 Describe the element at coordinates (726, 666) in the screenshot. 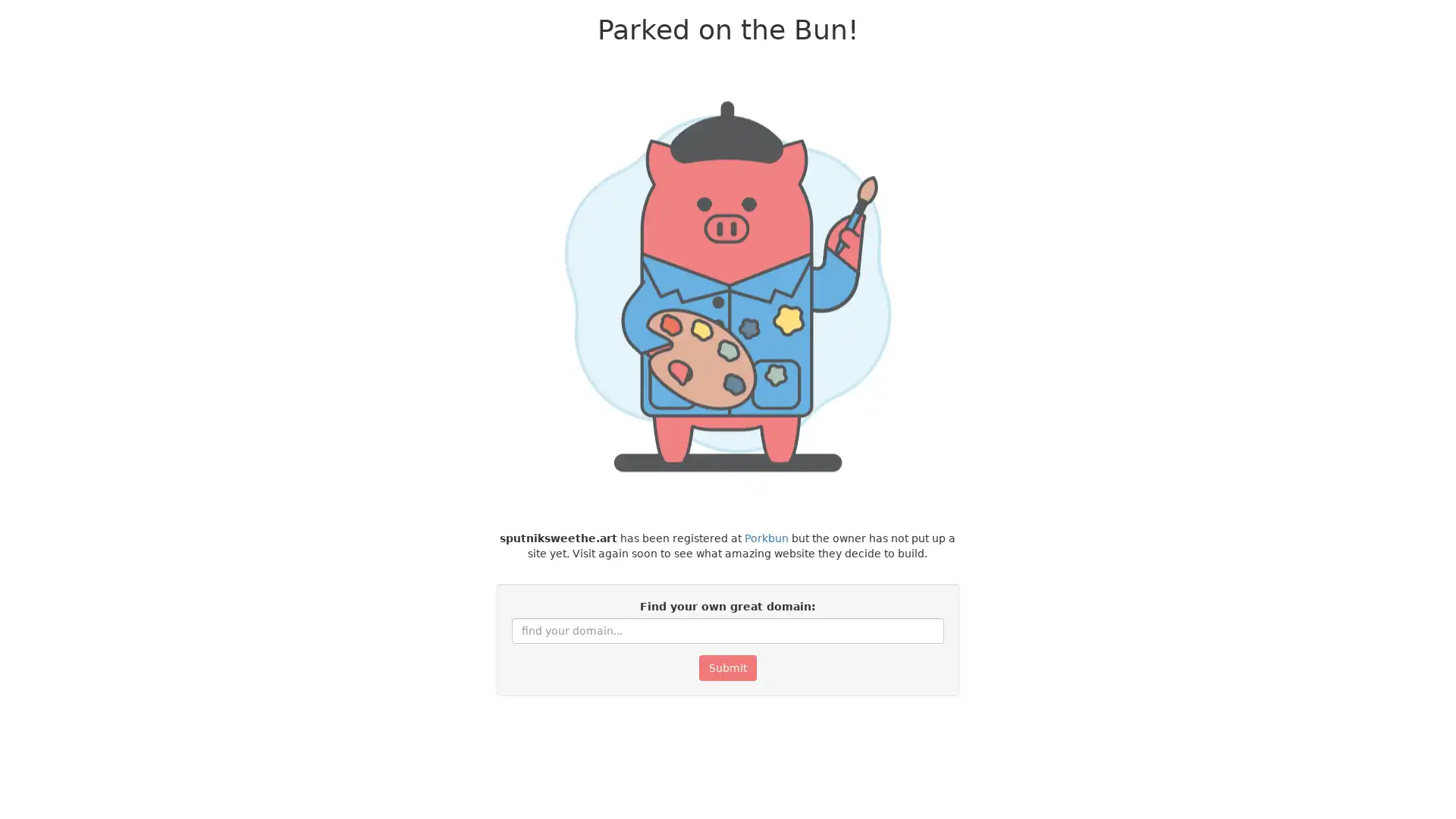

I see `Submit` at that location.